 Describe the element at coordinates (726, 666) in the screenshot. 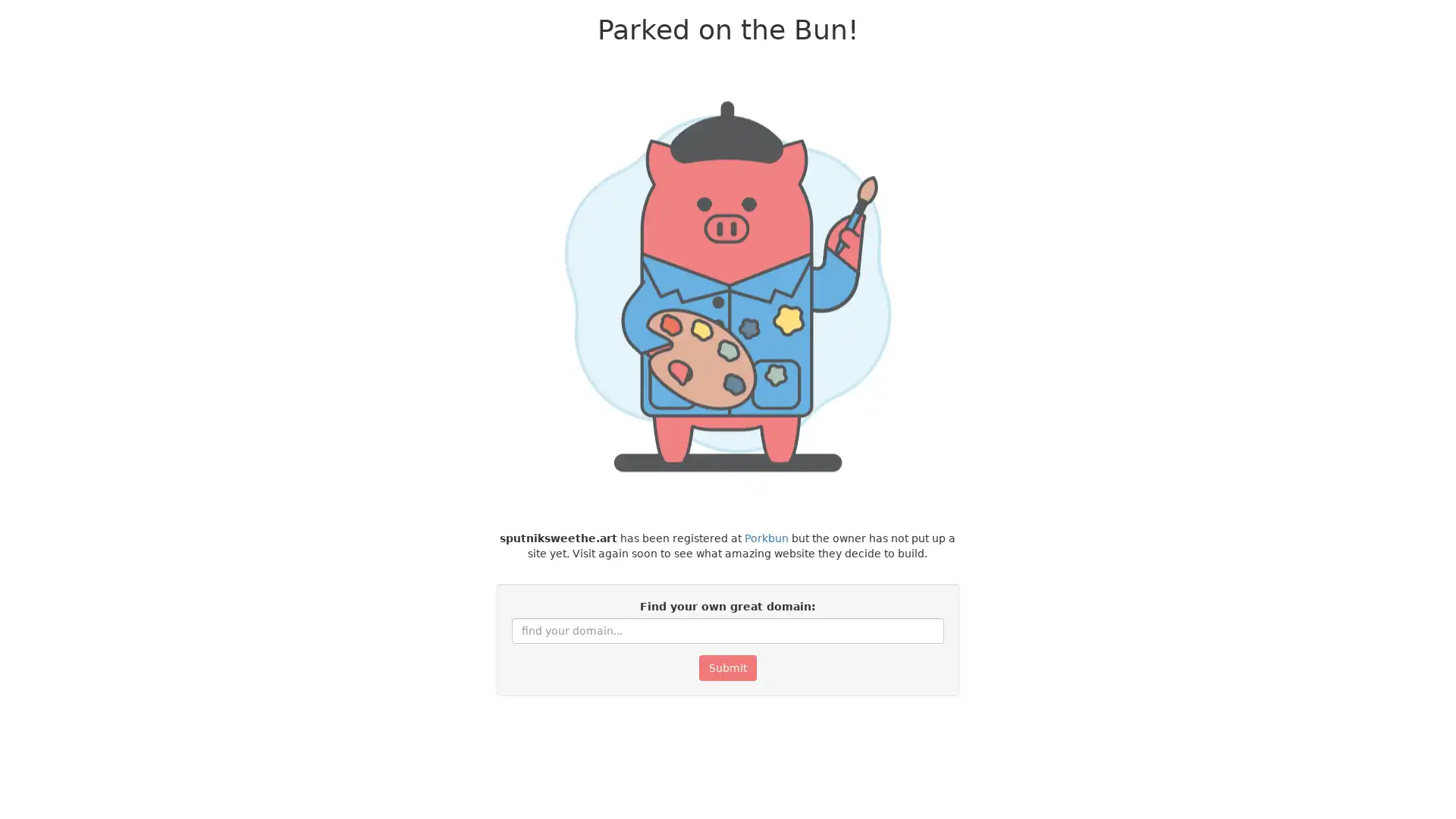

I see `Submit` at that location.